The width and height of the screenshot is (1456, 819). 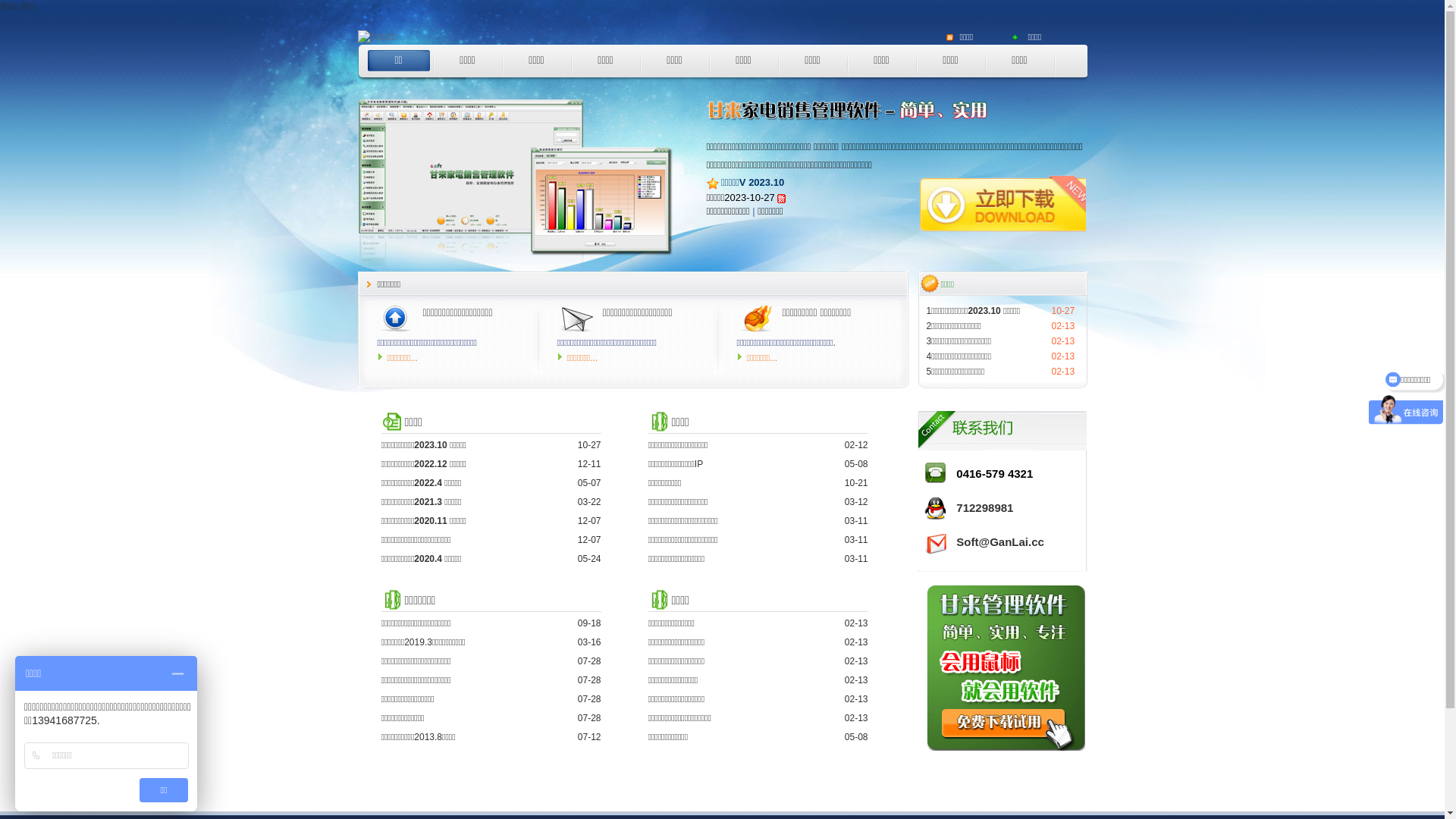 I want to click on '2023-10-27', so click(x=749, y=196).